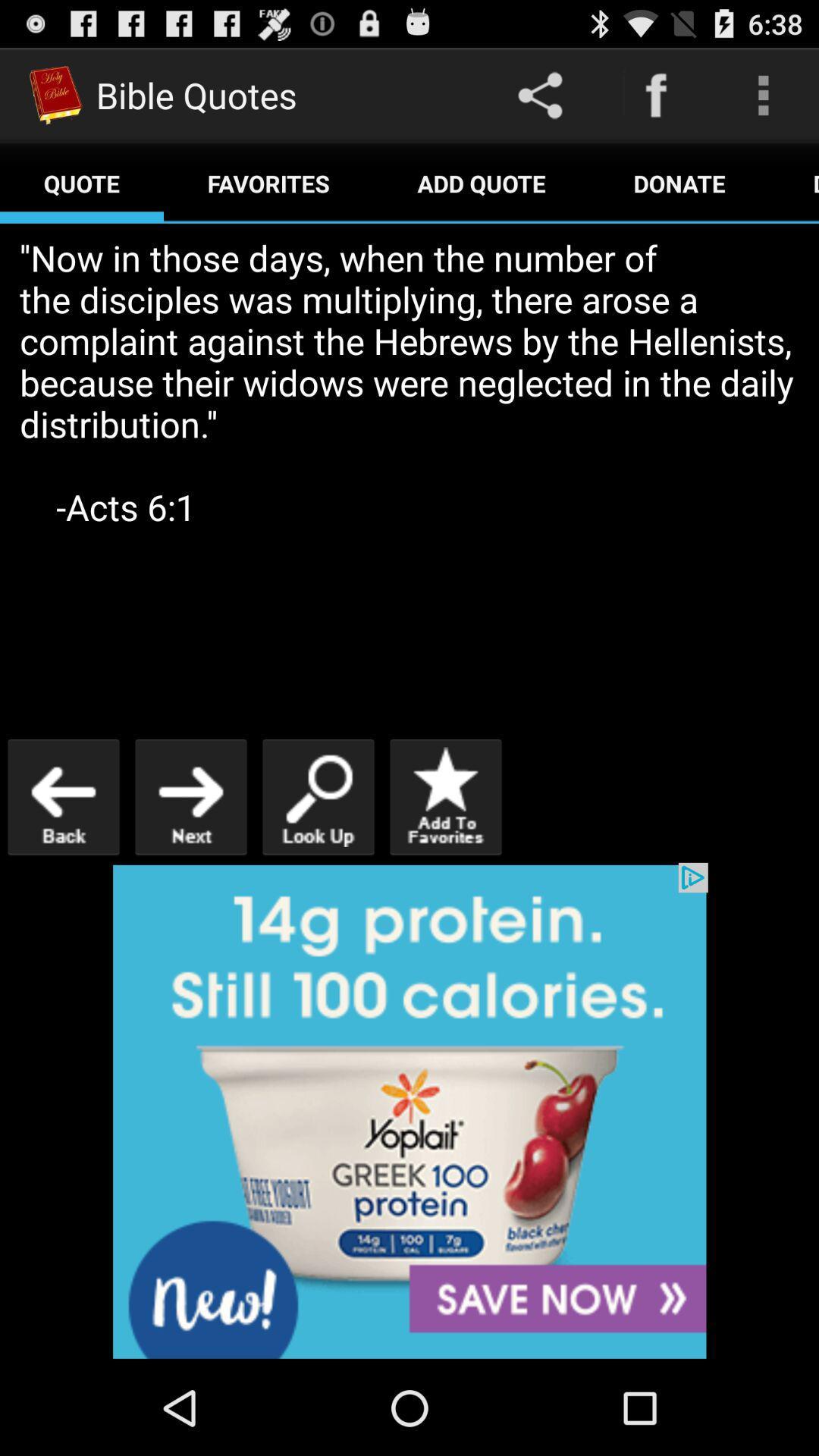 This screenshot has height=1456, width=819. I want to click on the arrow_backward icon, so click(63, 852).